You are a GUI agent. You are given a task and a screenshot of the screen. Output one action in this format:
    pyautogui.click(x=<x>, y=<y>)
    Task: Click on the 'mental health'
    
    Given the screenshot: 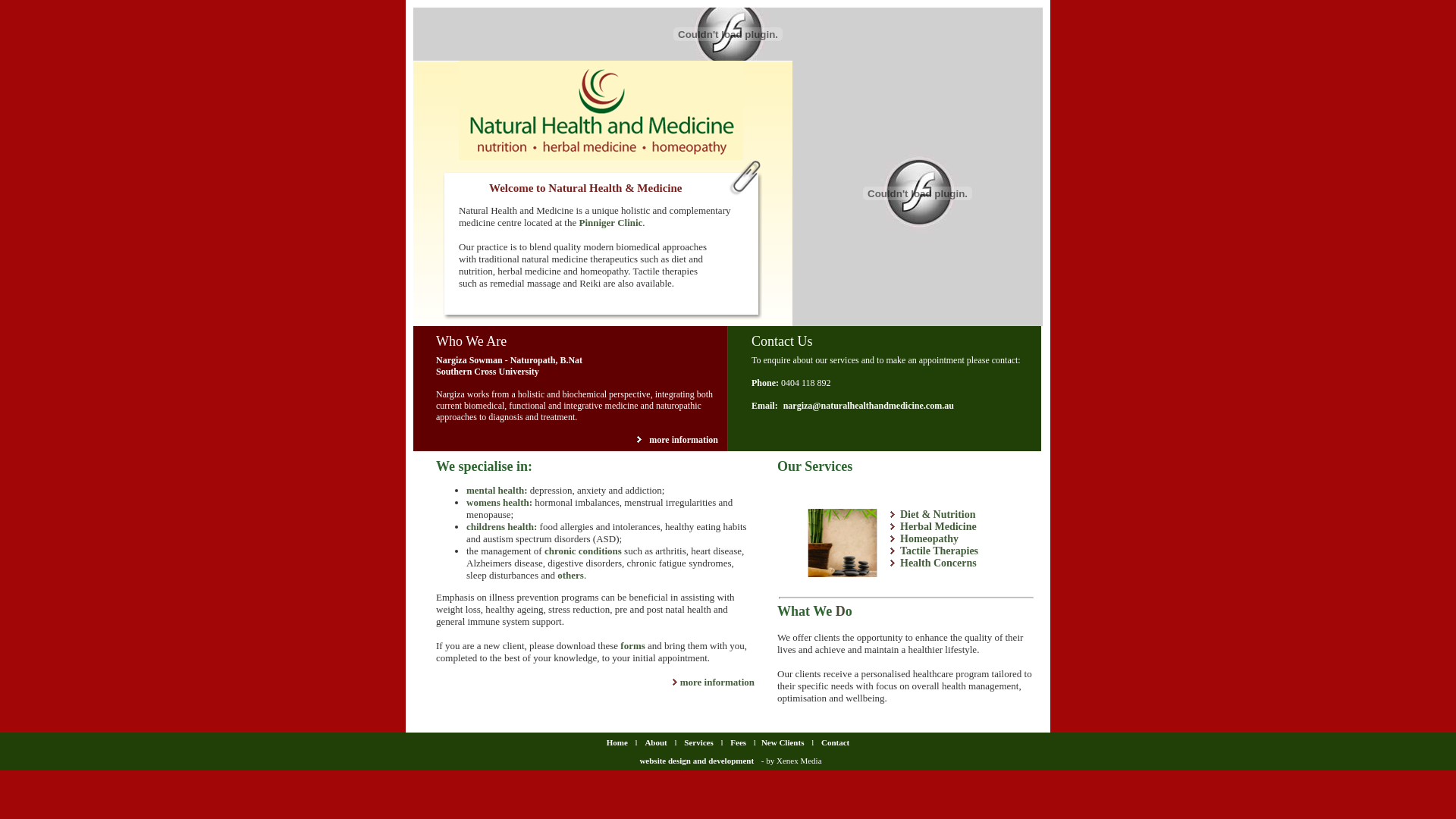 What is the action you would take?
    pyautogui.click(x=494, y=490)
    